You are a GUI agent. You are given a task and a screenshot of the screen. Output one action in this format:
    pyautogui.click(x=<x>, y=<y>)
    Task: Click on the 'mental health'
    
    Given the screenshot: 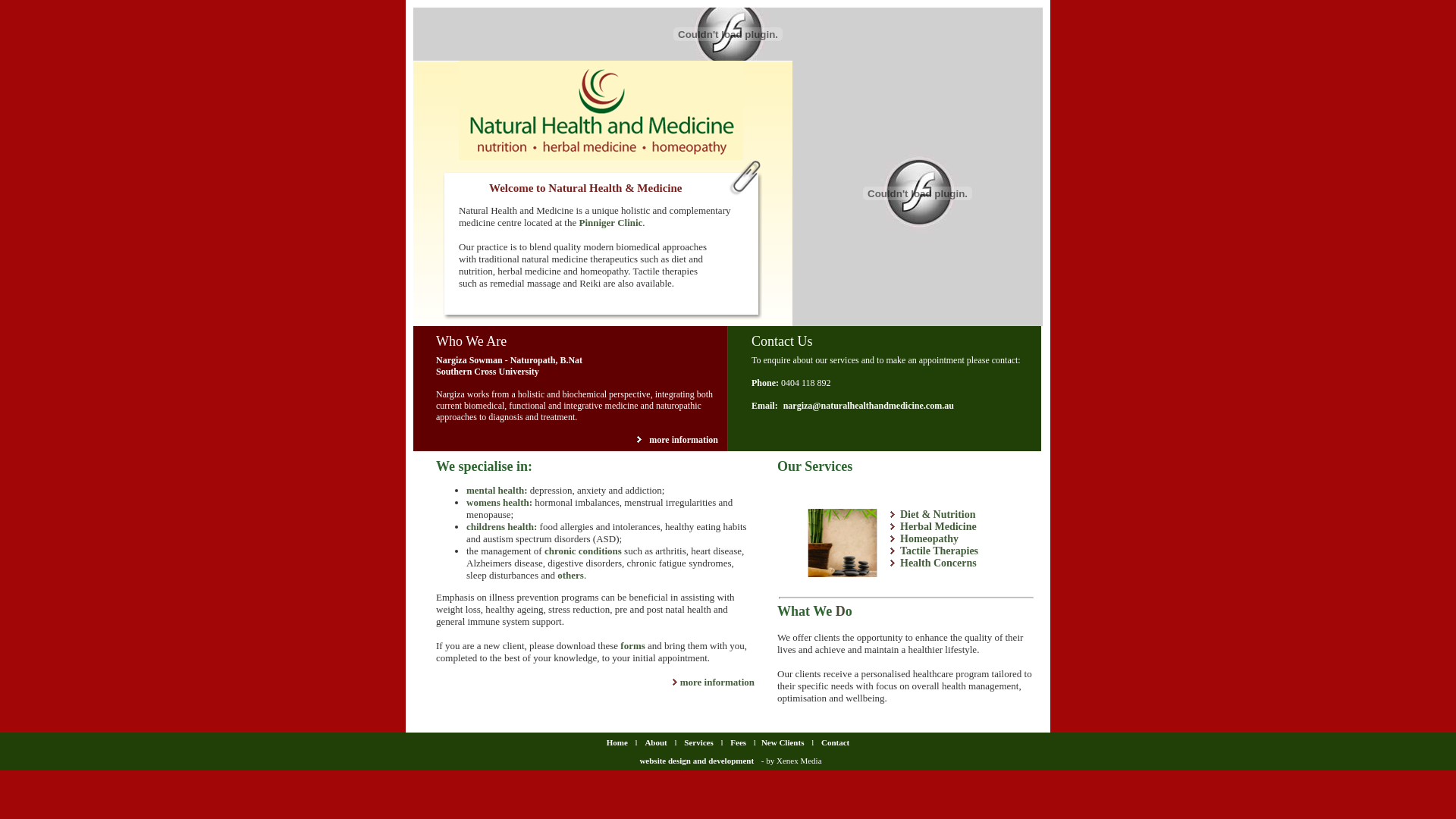 What is the action you would take?
    pyautogui.click(x=494, y=490)
    